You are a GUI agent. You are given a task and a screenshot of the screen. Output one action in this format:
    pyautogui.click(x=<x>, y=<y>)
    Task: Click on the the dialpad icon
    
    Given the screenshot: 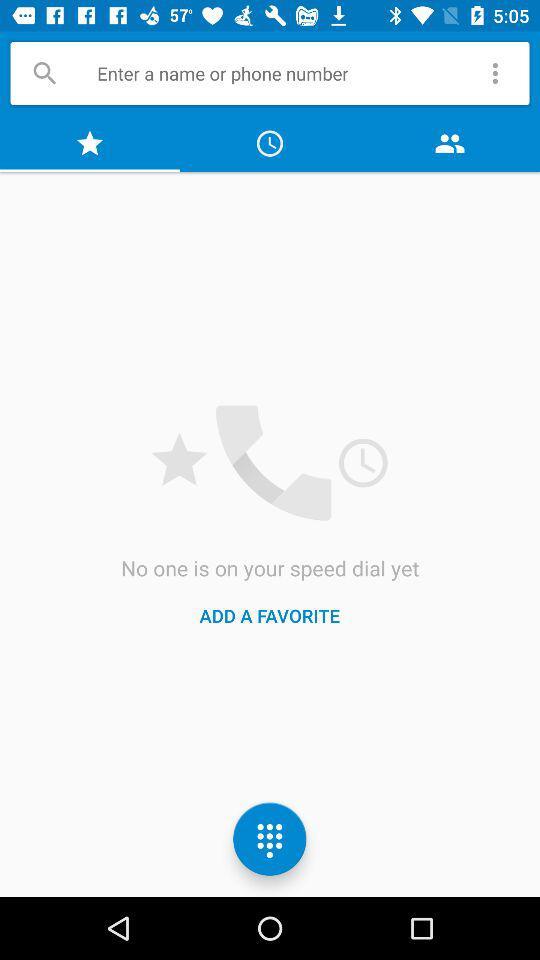 What is the action you would take?
    pyautogui.click(x=270, y=839)
    